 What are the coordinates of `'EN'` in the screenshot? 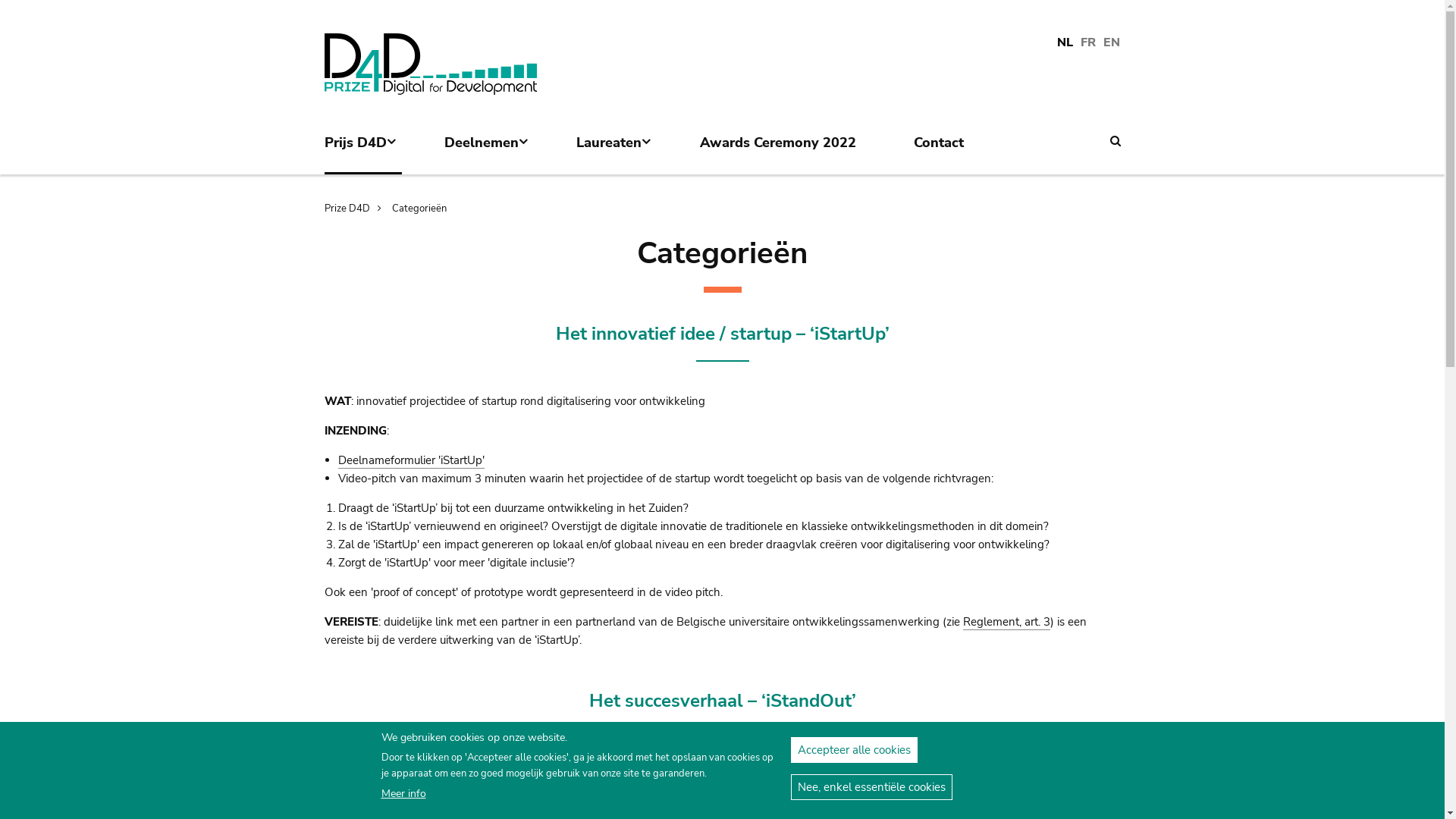 It's located at (1111, 42).